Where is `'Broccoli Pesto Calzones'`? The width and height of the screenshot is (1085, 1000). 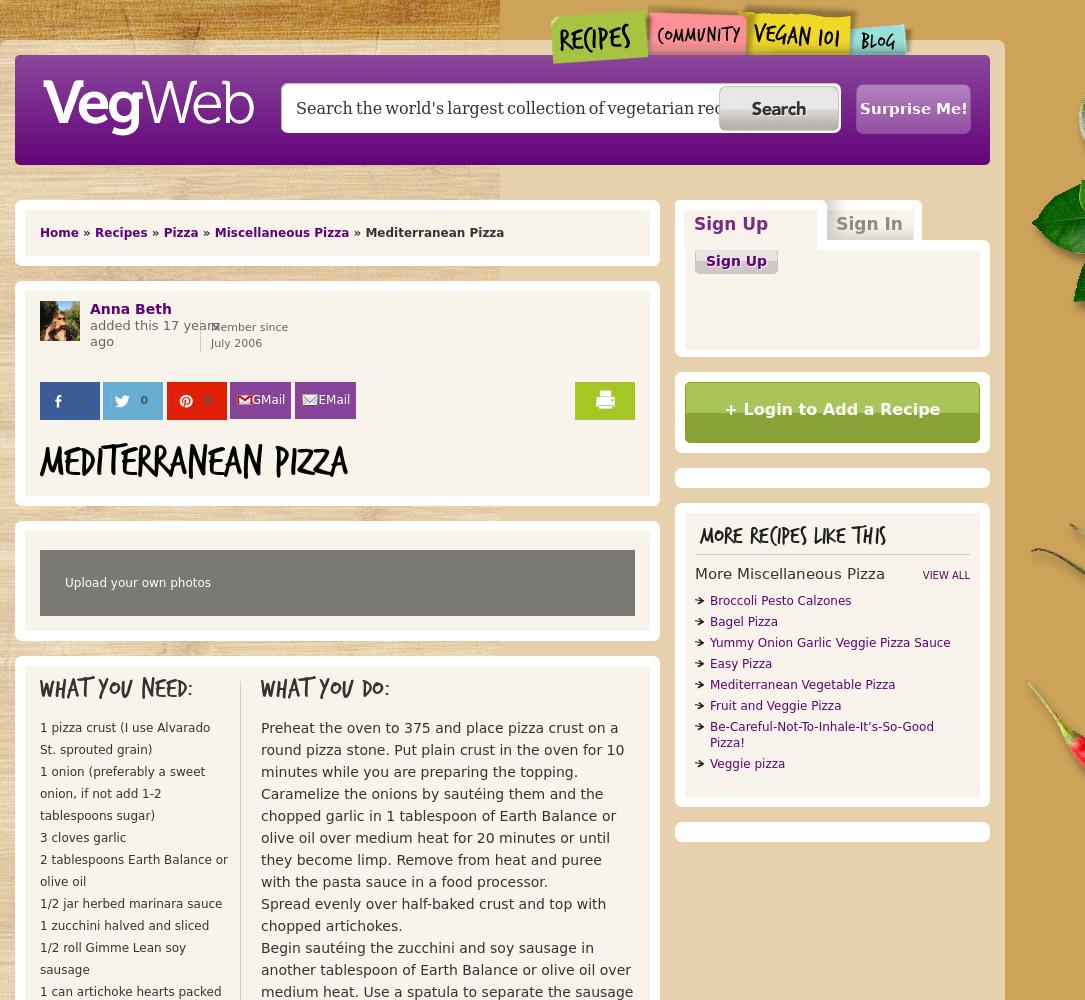
'Broccoli Pesto Calzones' is located at coordinates (780, 600).